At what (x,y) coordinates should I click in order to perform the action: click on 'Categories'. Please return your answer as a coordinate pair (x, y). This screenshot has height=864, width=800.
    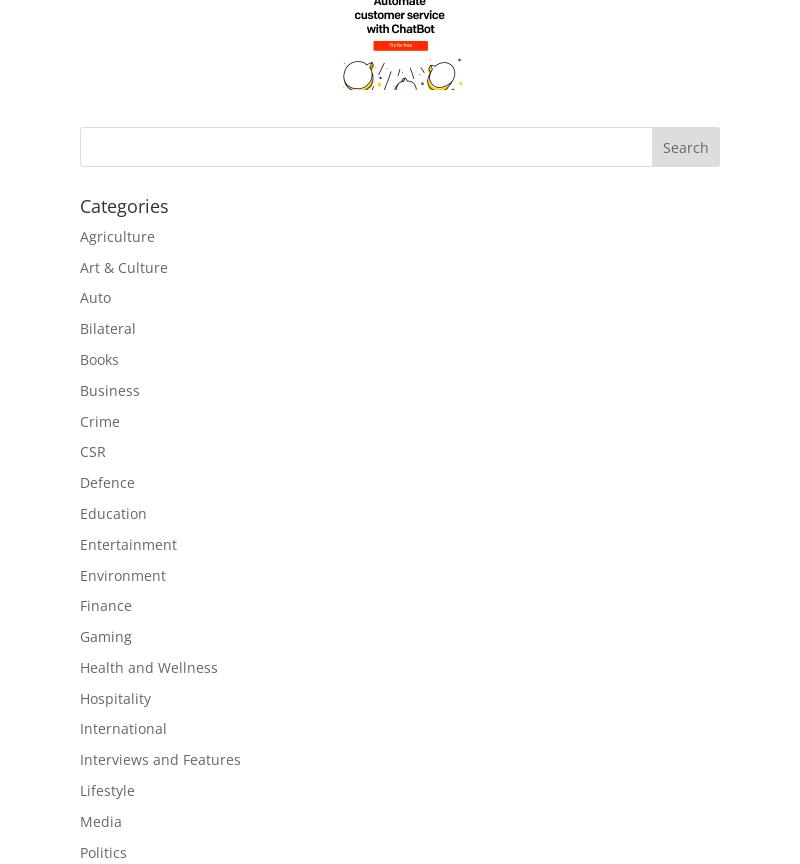
    Looking at the image, I should click on (123, 204).